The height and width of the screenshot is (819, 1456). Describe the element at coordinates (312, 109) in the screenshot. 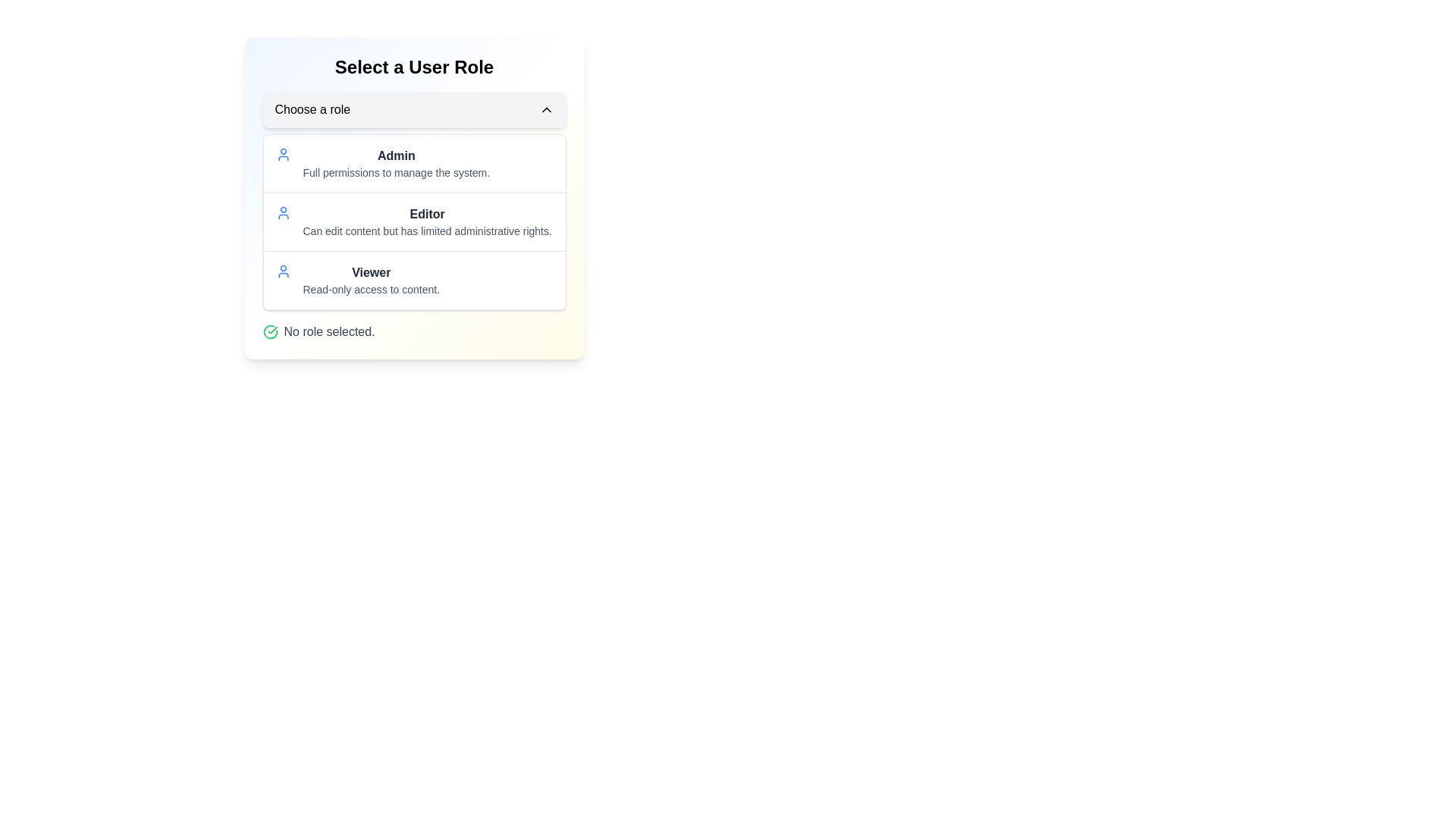

I see `the text label that says 'Choose a role', which is part of a dropdown selector interface and positioned adjacent to an upward-facing arrow icon` at that location.